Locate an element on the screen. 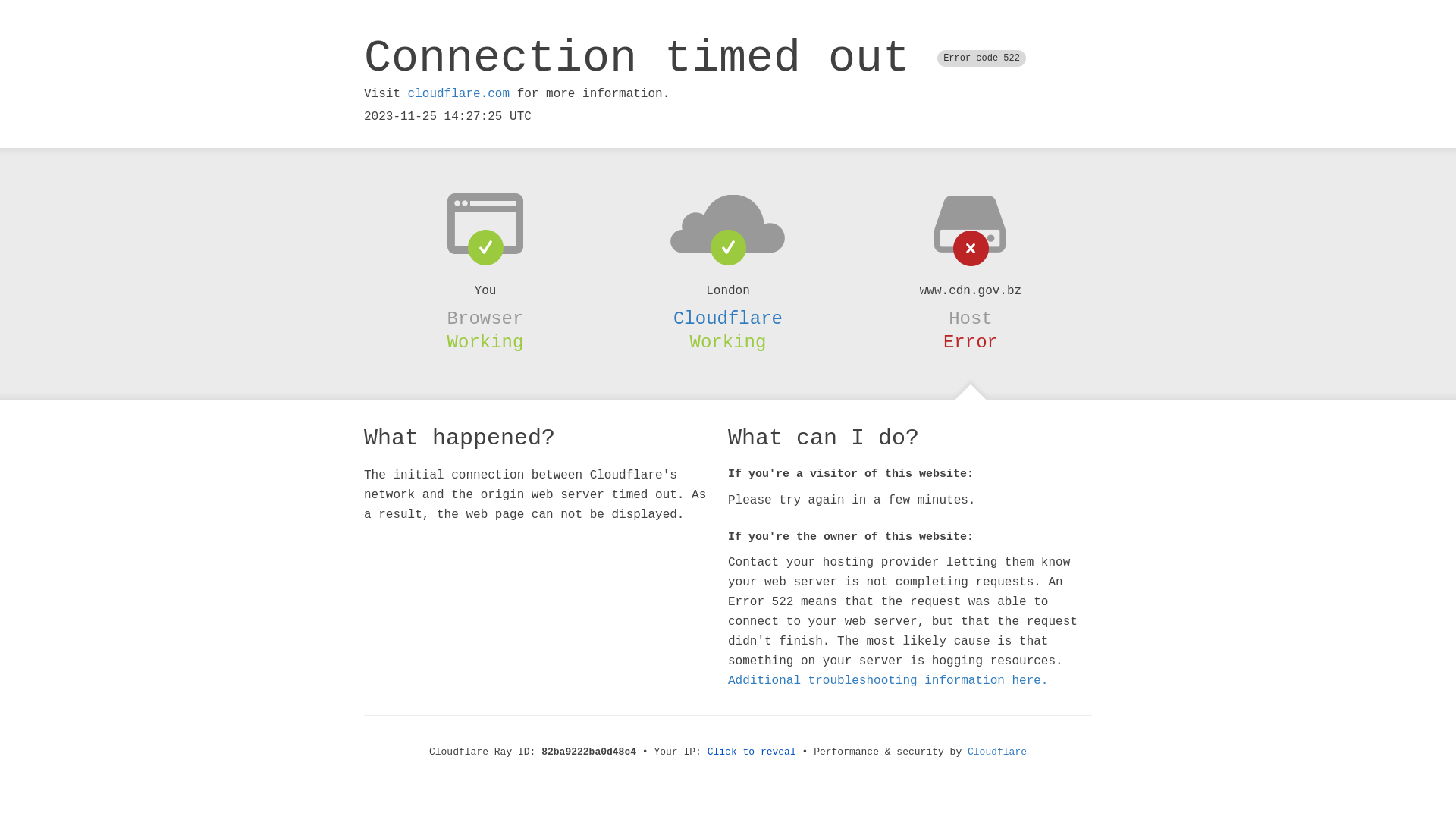 This screenshot has height=819, width=1456. 'Additional troubleshooting information here.' is located at coordinates (888, 680).